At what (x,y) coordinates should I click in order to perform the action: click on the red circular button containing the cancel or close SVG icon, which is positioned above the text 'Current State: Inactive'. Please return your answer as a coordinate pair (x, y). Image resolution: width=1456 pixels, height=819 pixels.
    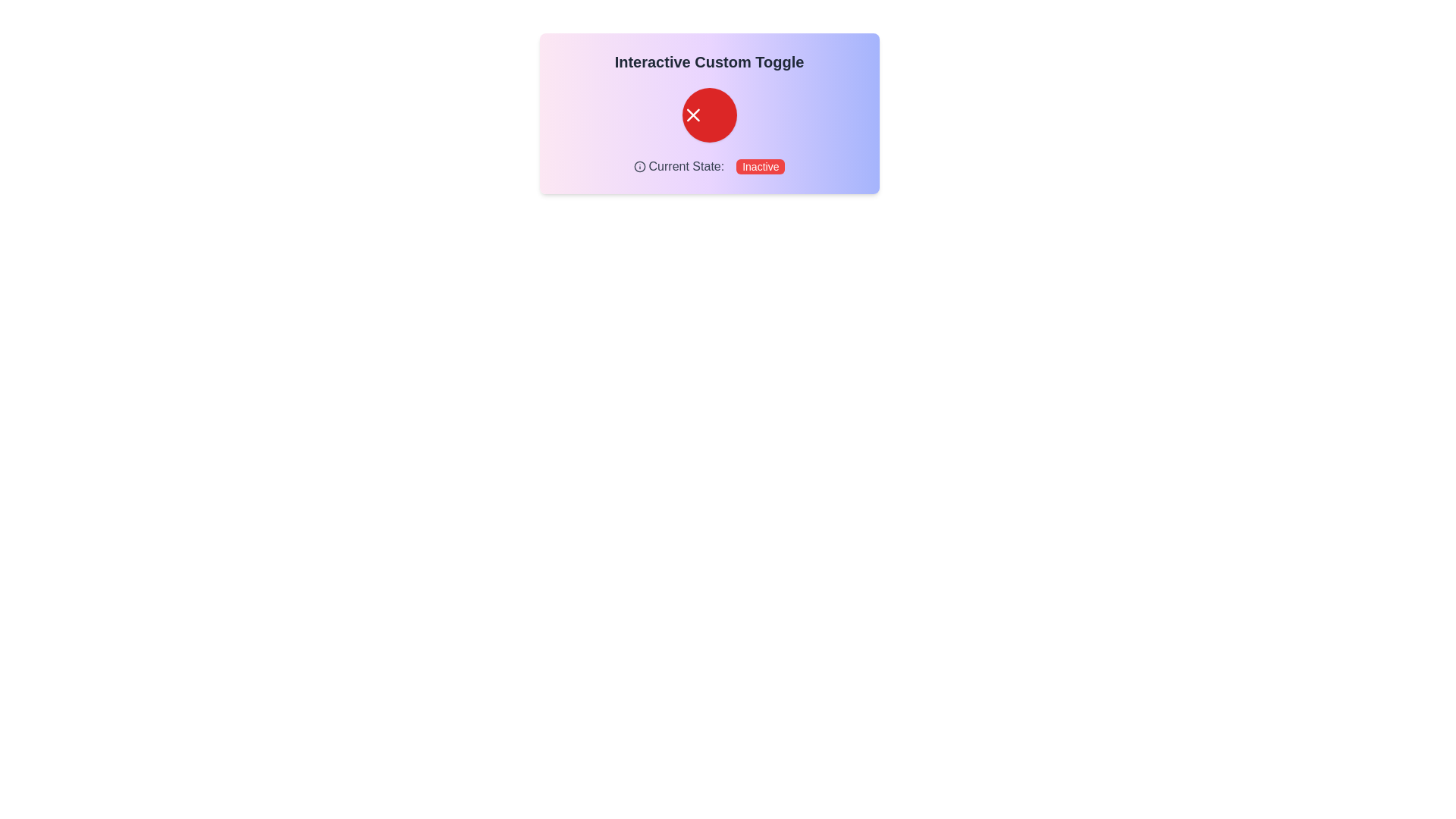
    Looking at the image, I should click on (692, 114).